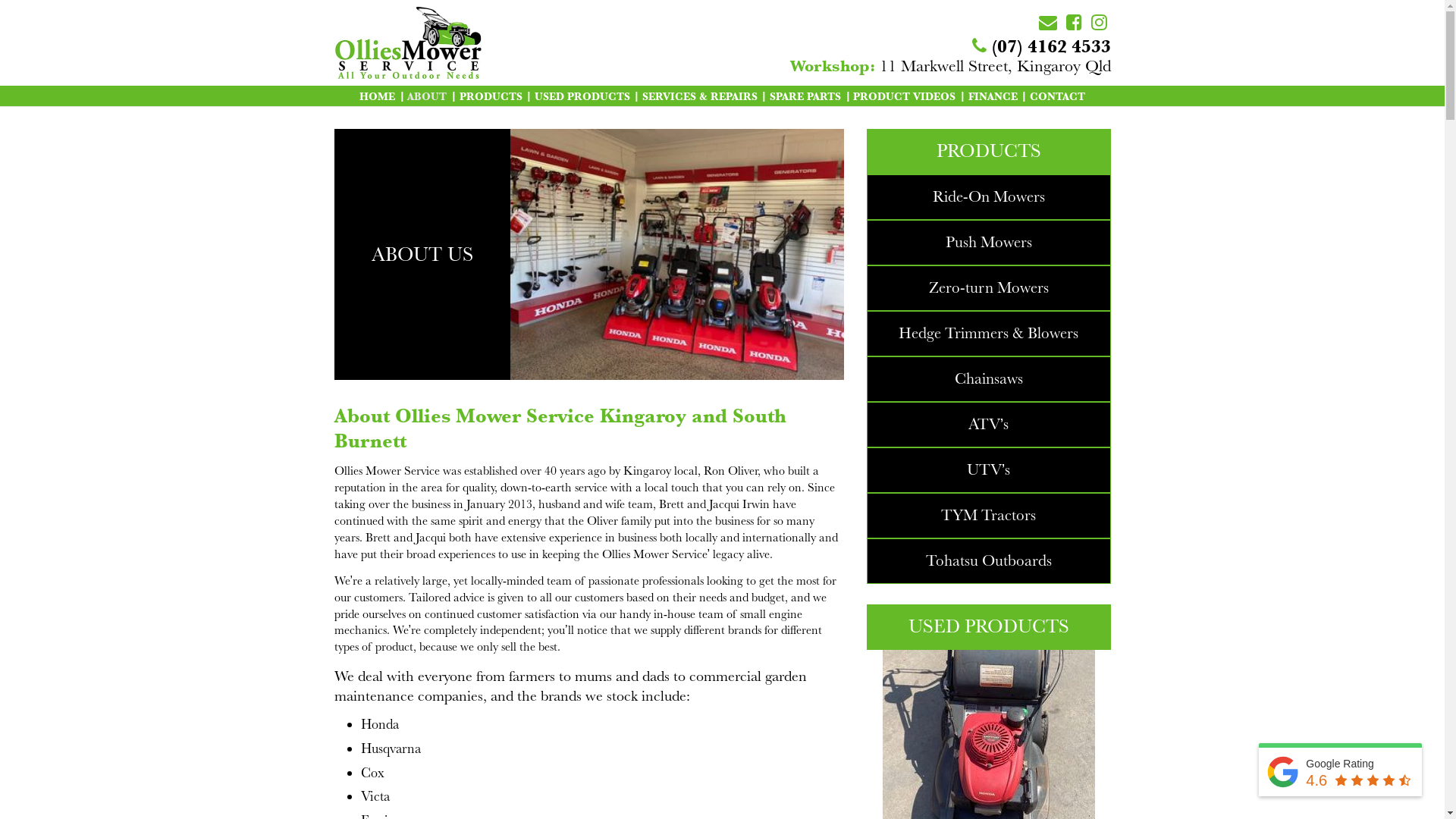 This screenshot has width=1456, height=819. What do you see at coordinates (989, 378) in the screenshot?
I see `'Chainsaws'` at bounding box center [989, 378].